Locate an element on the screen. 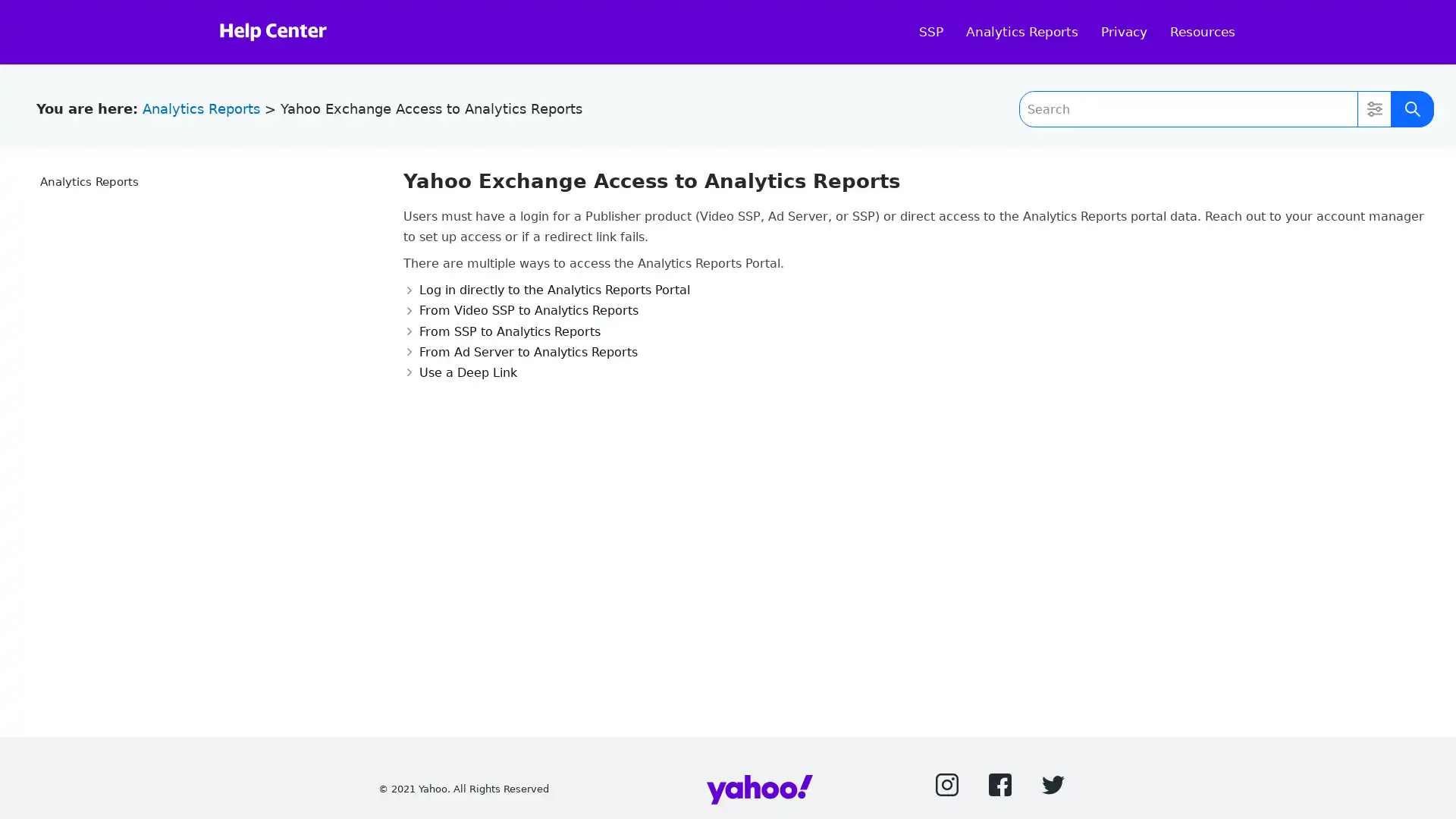 The image size is (1456, 819). Closed From Ad Server to Analytics Reports is located at coordinates (519, 351).